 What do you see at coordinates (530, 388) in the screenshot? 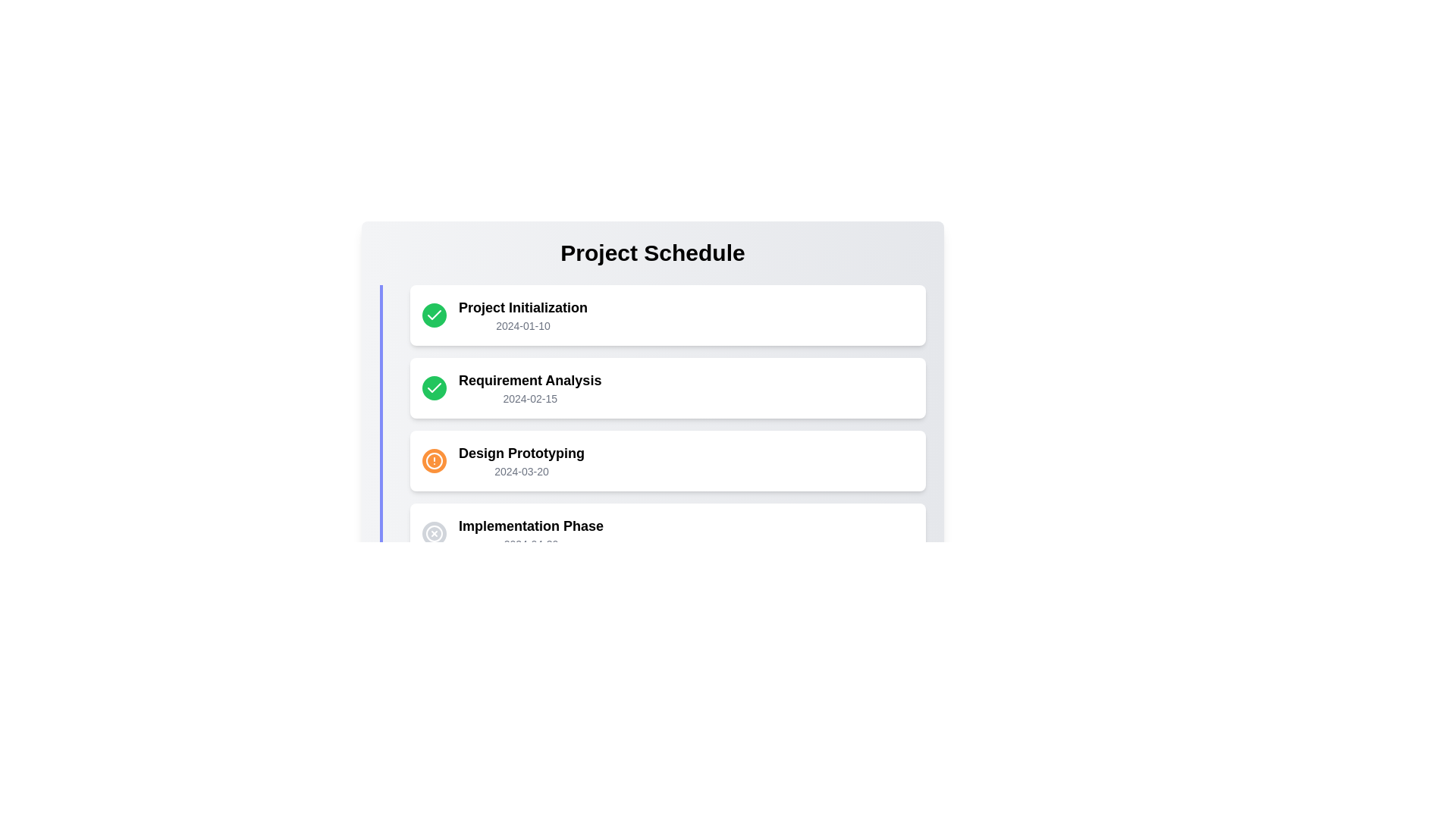
I see `the 'Requirement Analysis' card, which displays a title in bold and a date beneath it, to interact with it and reveal more details` at bounding box center [530, 388].